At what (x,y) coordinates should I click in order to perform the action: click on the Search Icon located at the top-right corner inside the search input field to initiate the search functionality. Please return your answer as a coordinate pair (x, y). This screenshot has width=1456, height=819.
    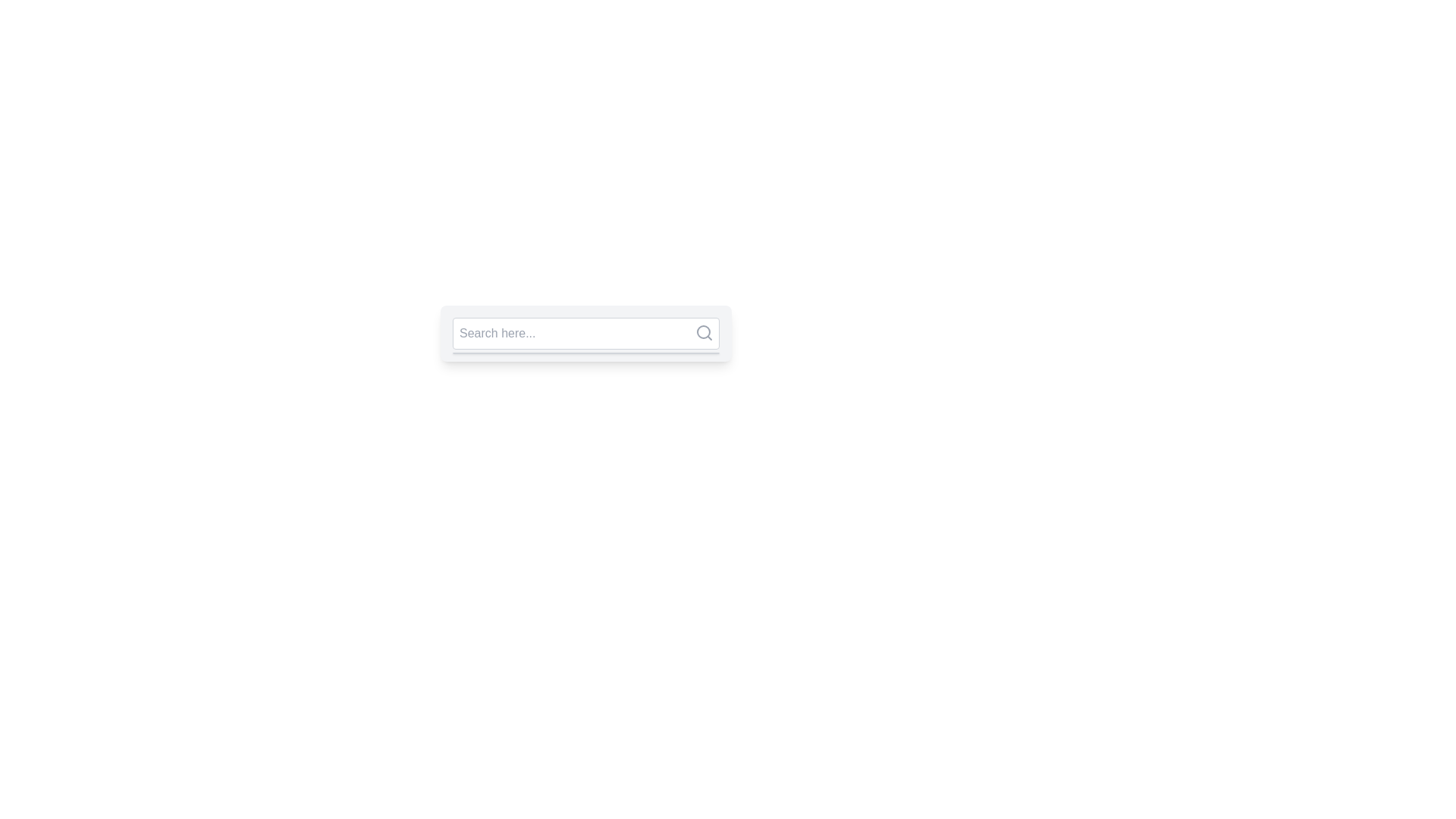
    Looking at the image, I should click on (704, 332).